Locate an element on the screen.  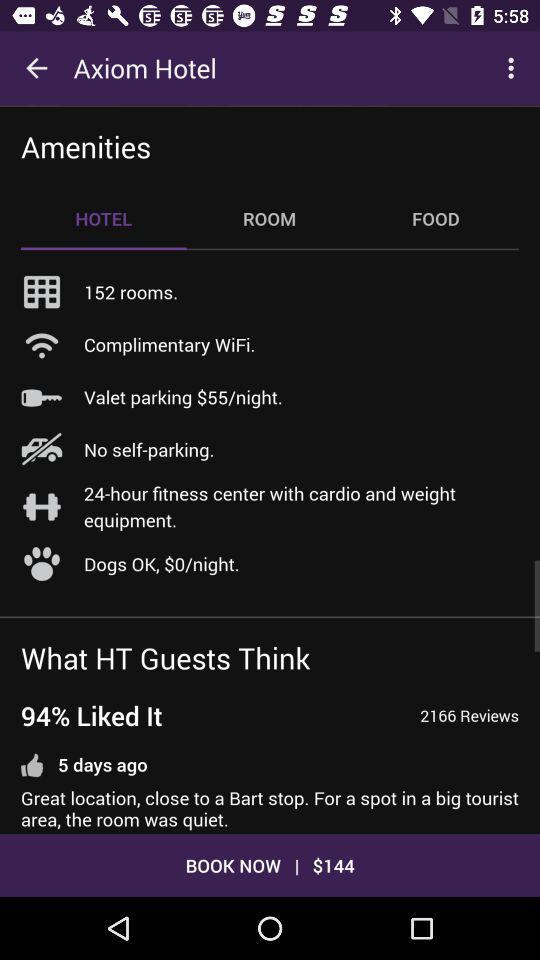
the icon above the valet parking 55 is located at coordinates (168, 344).